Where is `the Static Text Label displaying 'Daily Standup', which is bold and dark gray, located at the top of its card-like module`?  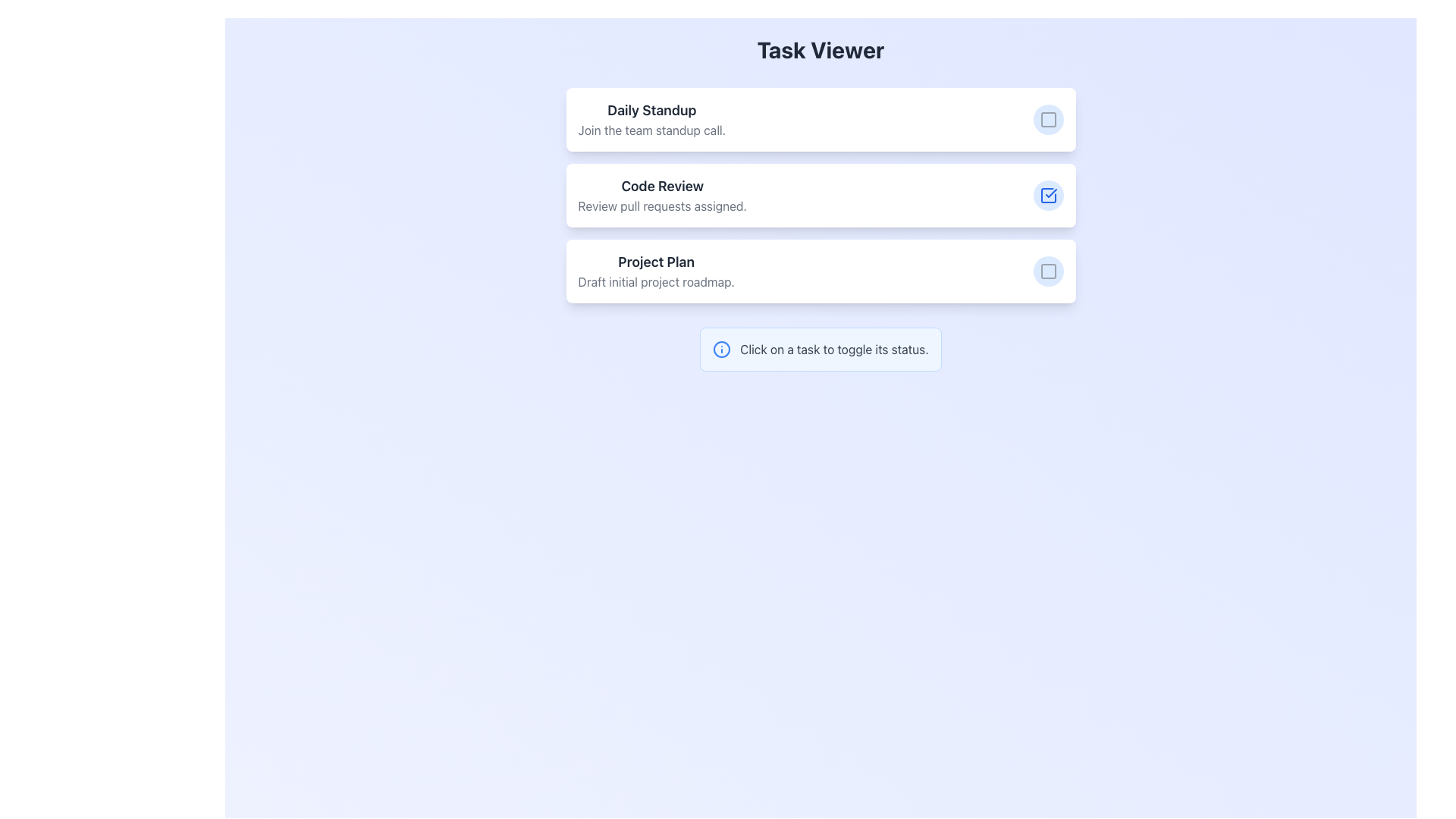
the Static Text Label displaying 'Daily Standup', which is bold and dark gray, located at the top of its card-like module is located at coordinates (651, 110).